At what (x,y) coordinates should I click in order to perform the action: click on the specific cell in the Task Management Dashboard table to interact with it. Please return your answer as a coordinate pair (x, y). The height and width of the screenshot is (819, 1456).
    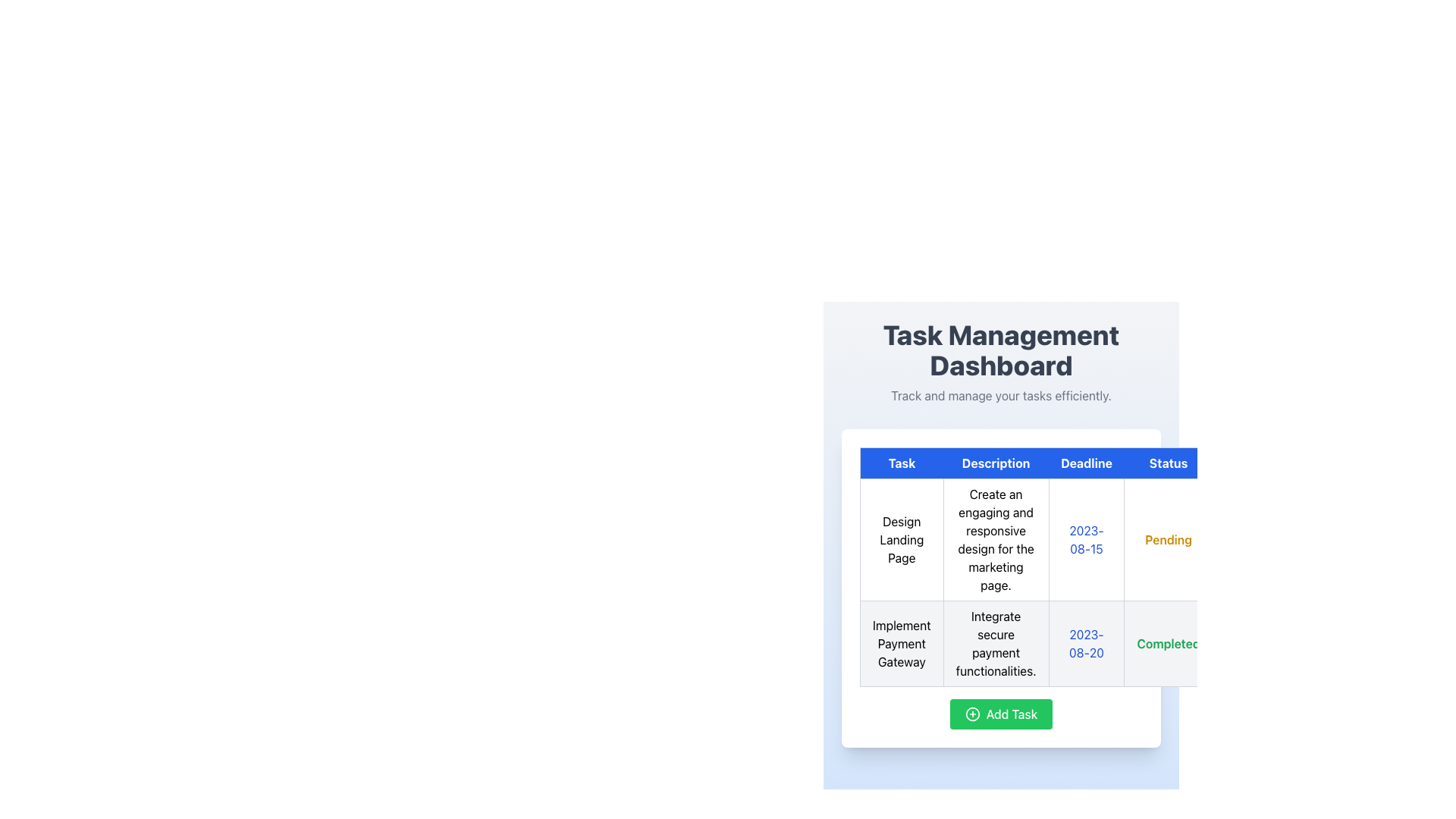
    Looking at the image, I should click on (1001, 587).